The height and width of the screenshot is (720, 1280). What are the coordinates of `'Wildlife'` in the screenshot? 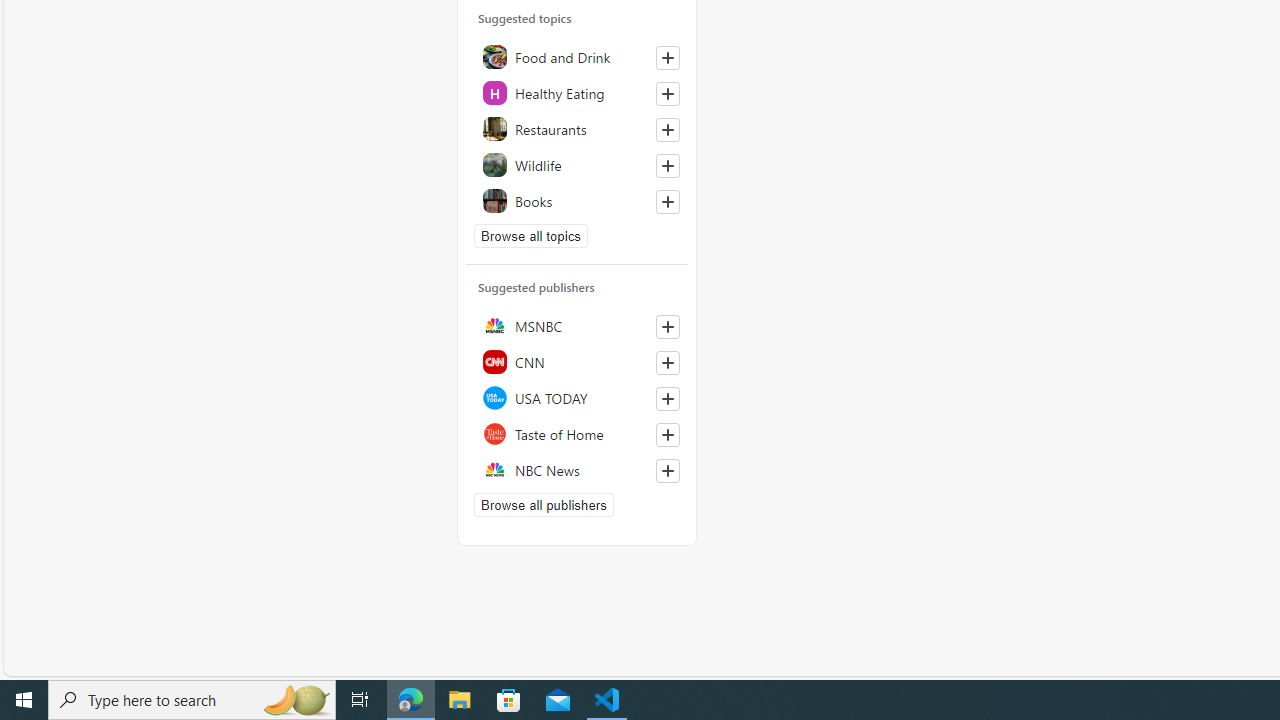 It's located at (576, 164).